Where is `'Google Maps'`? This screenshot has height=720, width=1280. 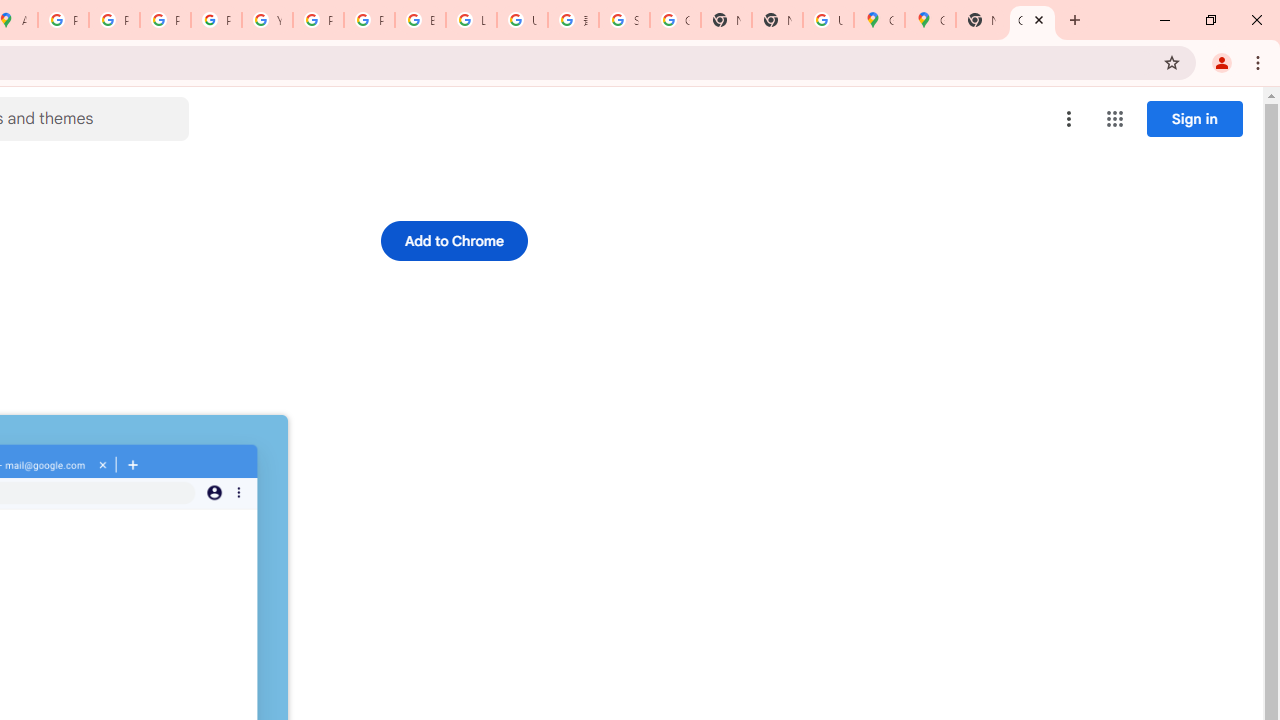
'Google Maps' is located at coordinates (879, 20).